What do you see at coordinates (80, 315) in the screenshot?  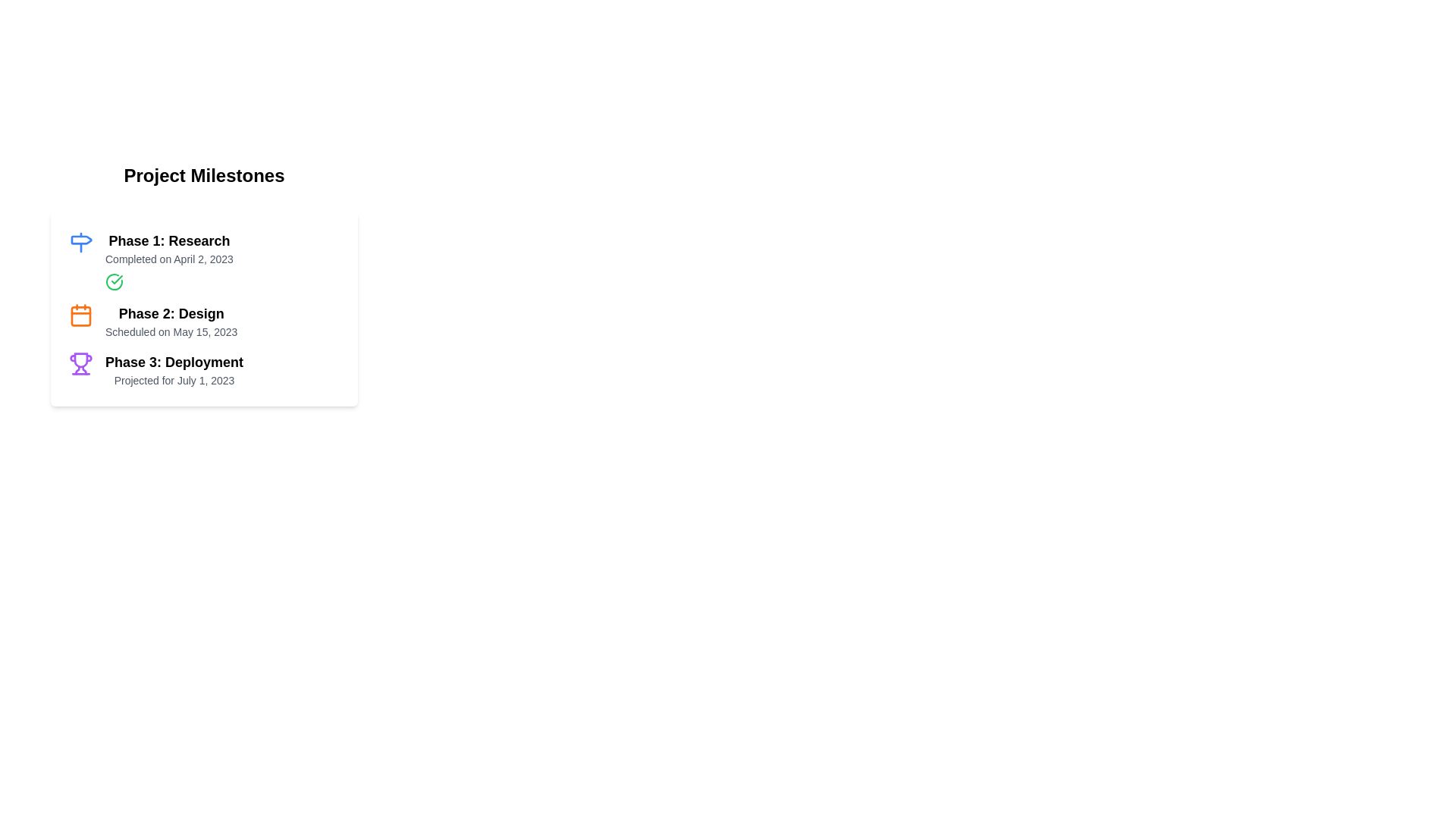 I see `the bold orange calendar icon with rounded corners located to the left of the text 'Phase 2: Design Scheduled on May 15, 2023'` at bounding box center [80, 315].